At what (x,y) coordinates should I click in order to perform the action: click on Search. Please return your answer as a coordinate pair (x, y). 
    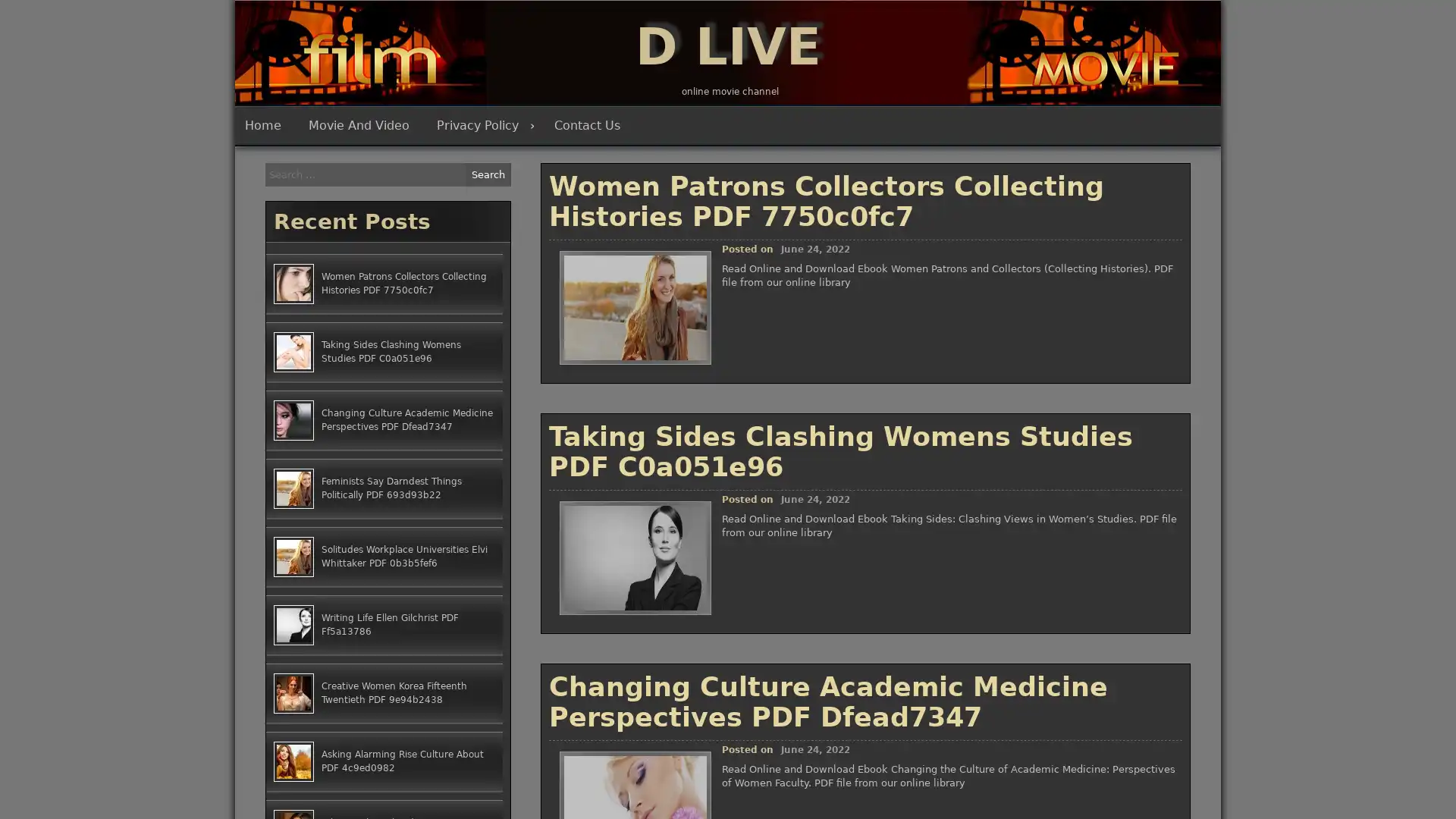
    Looking at the image, I should click on (488, 174).